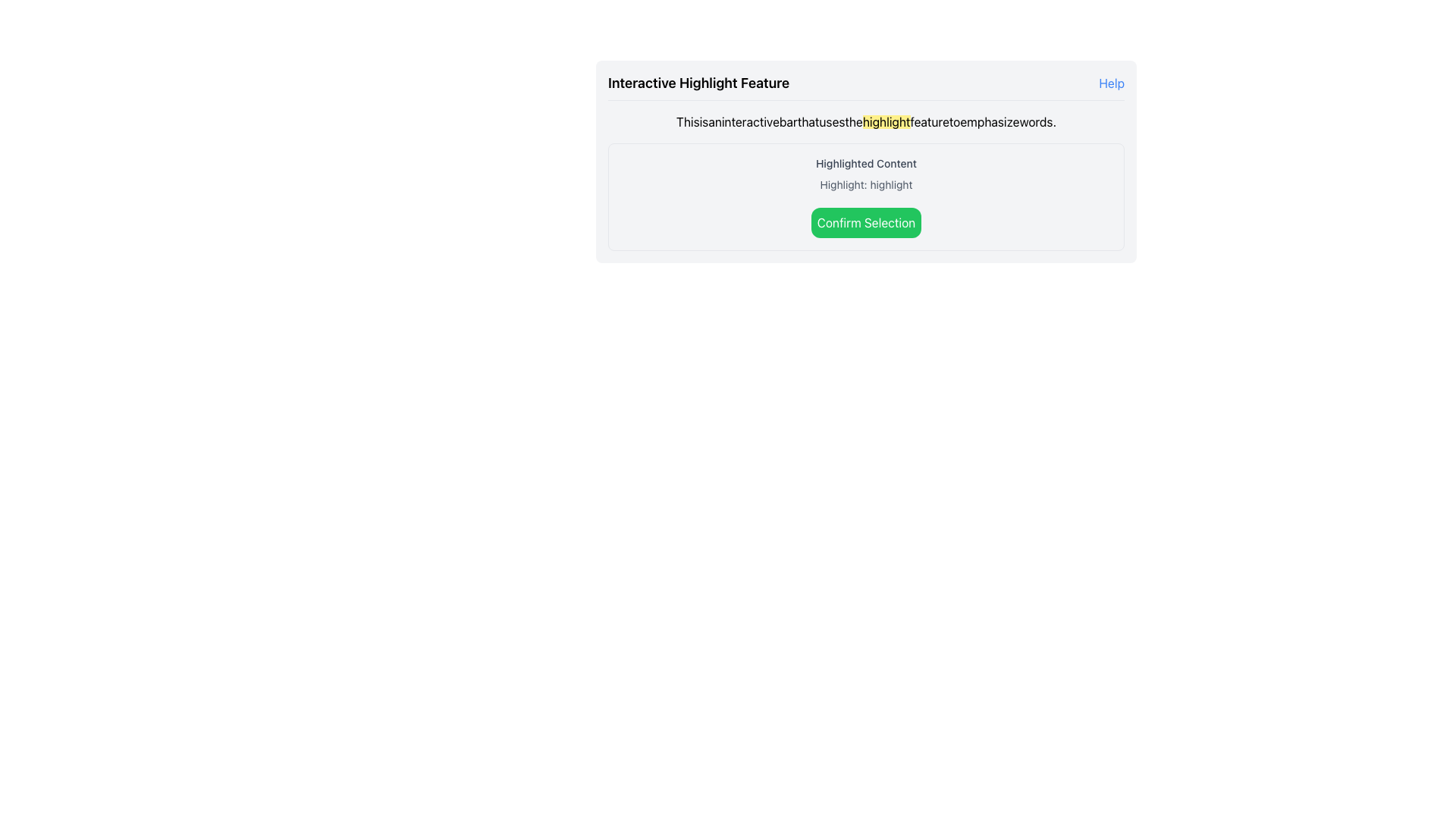 This screenshot has width=1456, height=819. What do you see at coordinates (808, 121) in the screenshot?
I see `the sixth word in the sentence 'This is an interactive bar that uses the highlight feature to emphasize words.'` at bounding box center [808, 121].